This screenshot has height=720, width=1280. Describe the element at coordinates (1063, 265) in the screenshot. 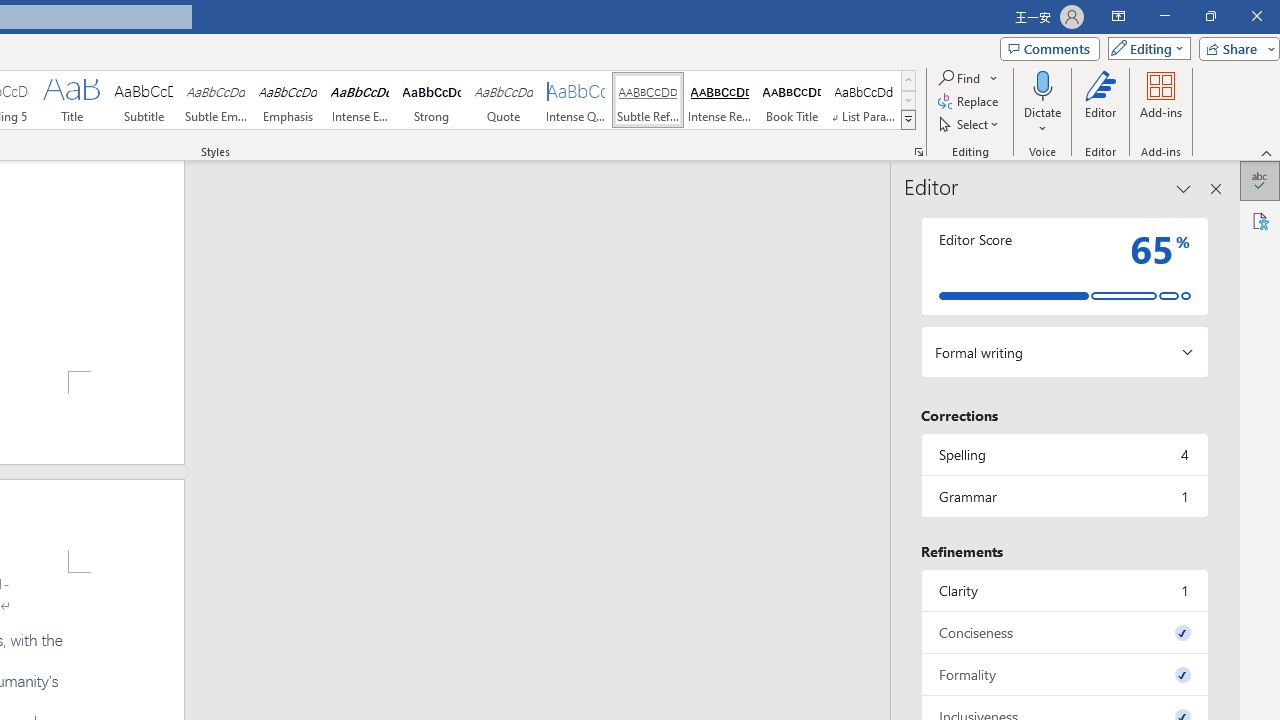

I see `'Editor Score 65%'` at that location.